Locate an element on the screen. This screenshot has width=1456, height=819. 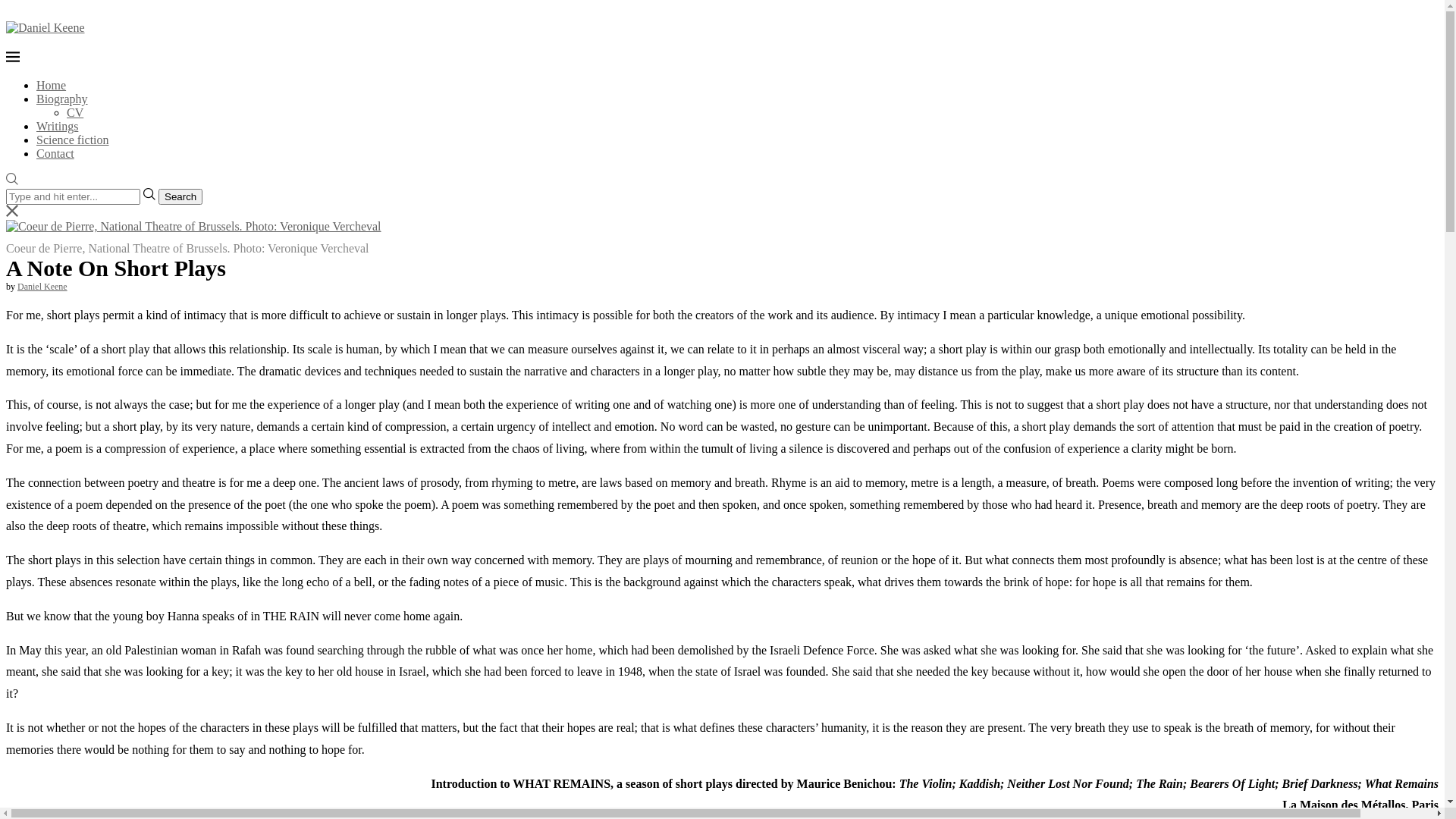
'Daniel Keene' is located at coordinates (42, 287).